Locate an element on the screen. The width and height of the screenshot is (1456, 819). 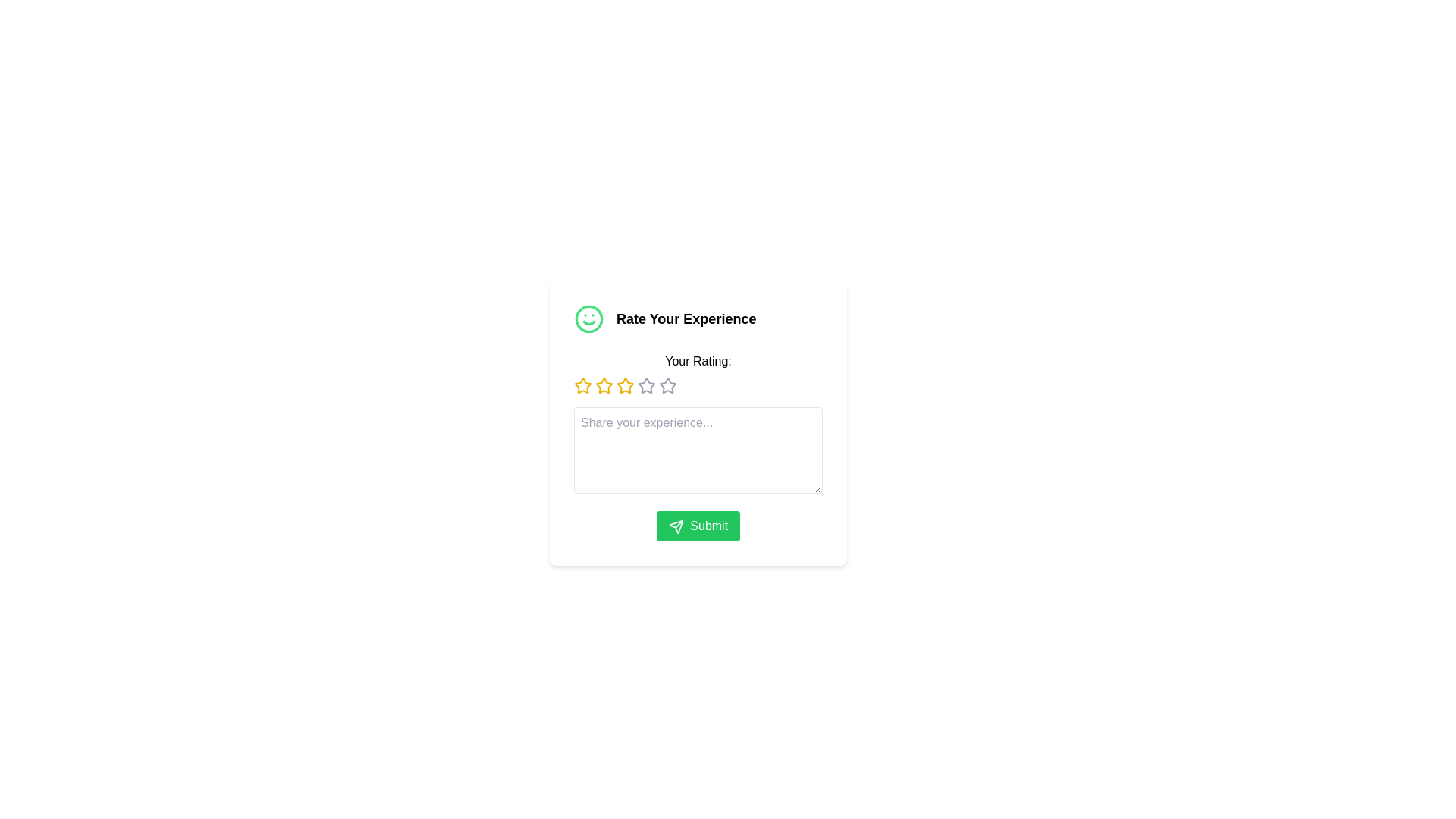
the Rating bar with interactive stars located beneath the 'Your Rating:' section is located at coordinates (698, 385).